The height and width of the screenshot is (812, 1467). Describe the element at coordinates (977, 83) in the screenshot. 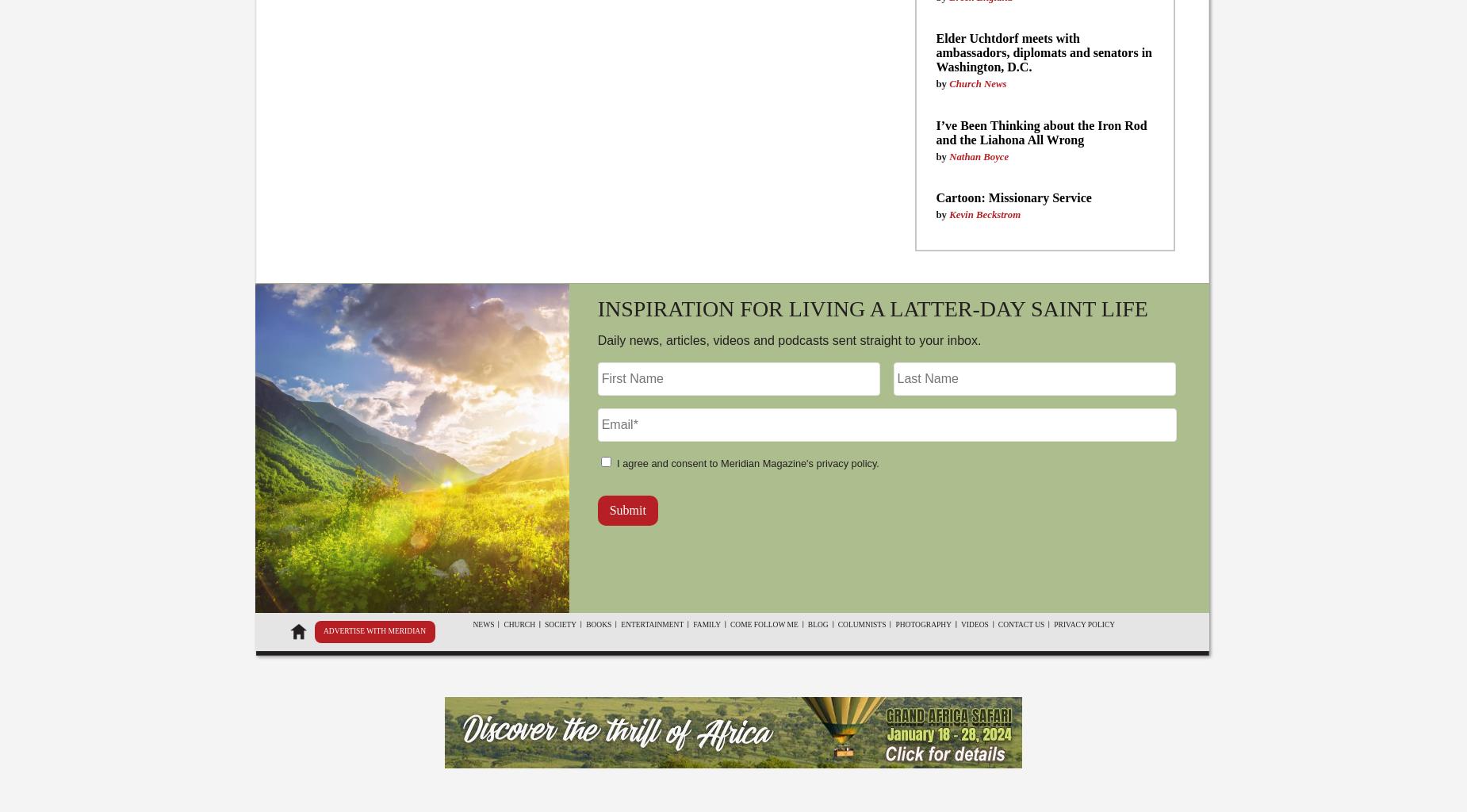

I see `'Church News'` at that location.